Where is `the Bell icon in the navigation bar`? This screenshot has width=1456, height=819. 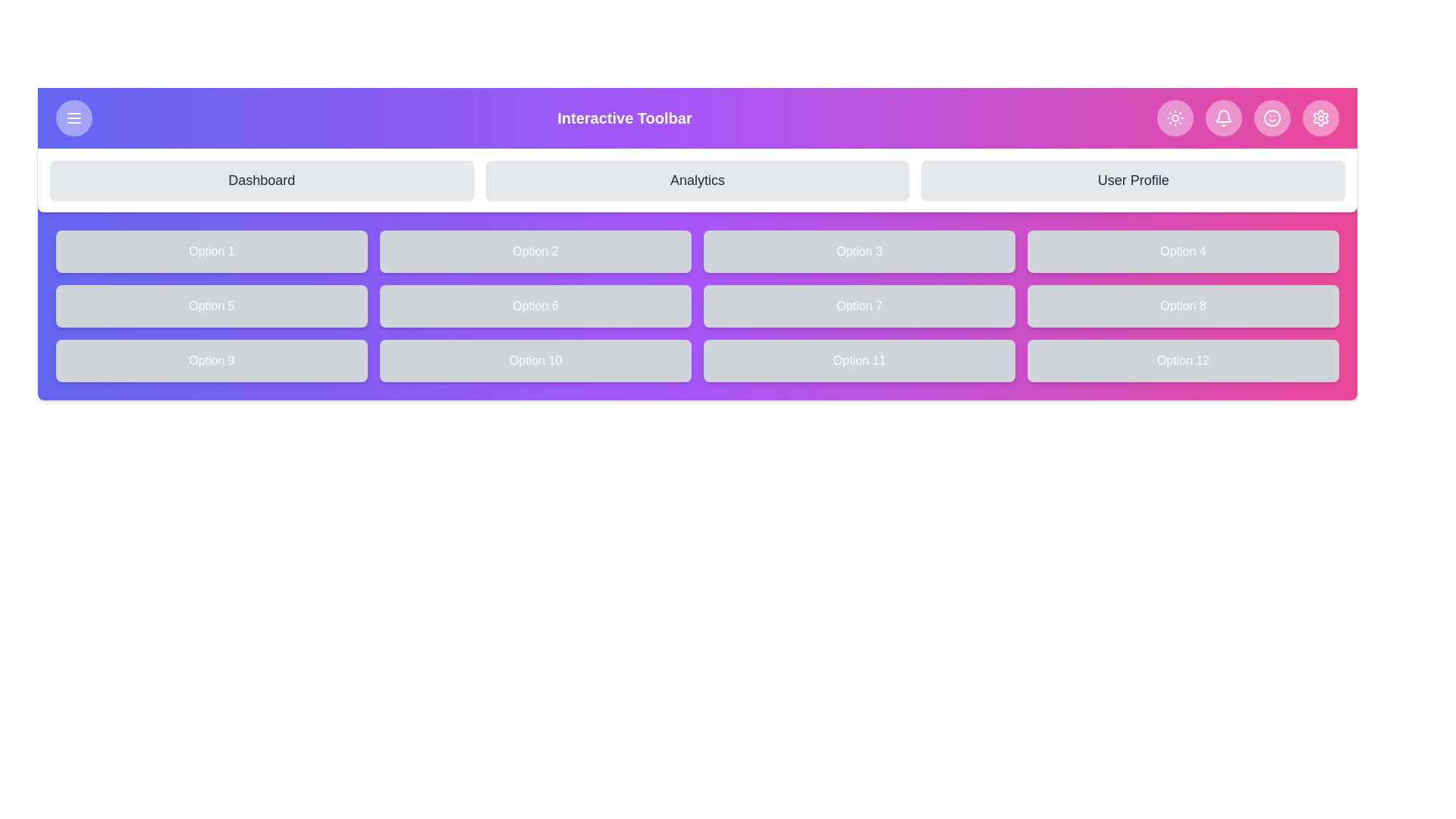
the Bell icon in the navigation bar is located at coordinates (1223, 117).